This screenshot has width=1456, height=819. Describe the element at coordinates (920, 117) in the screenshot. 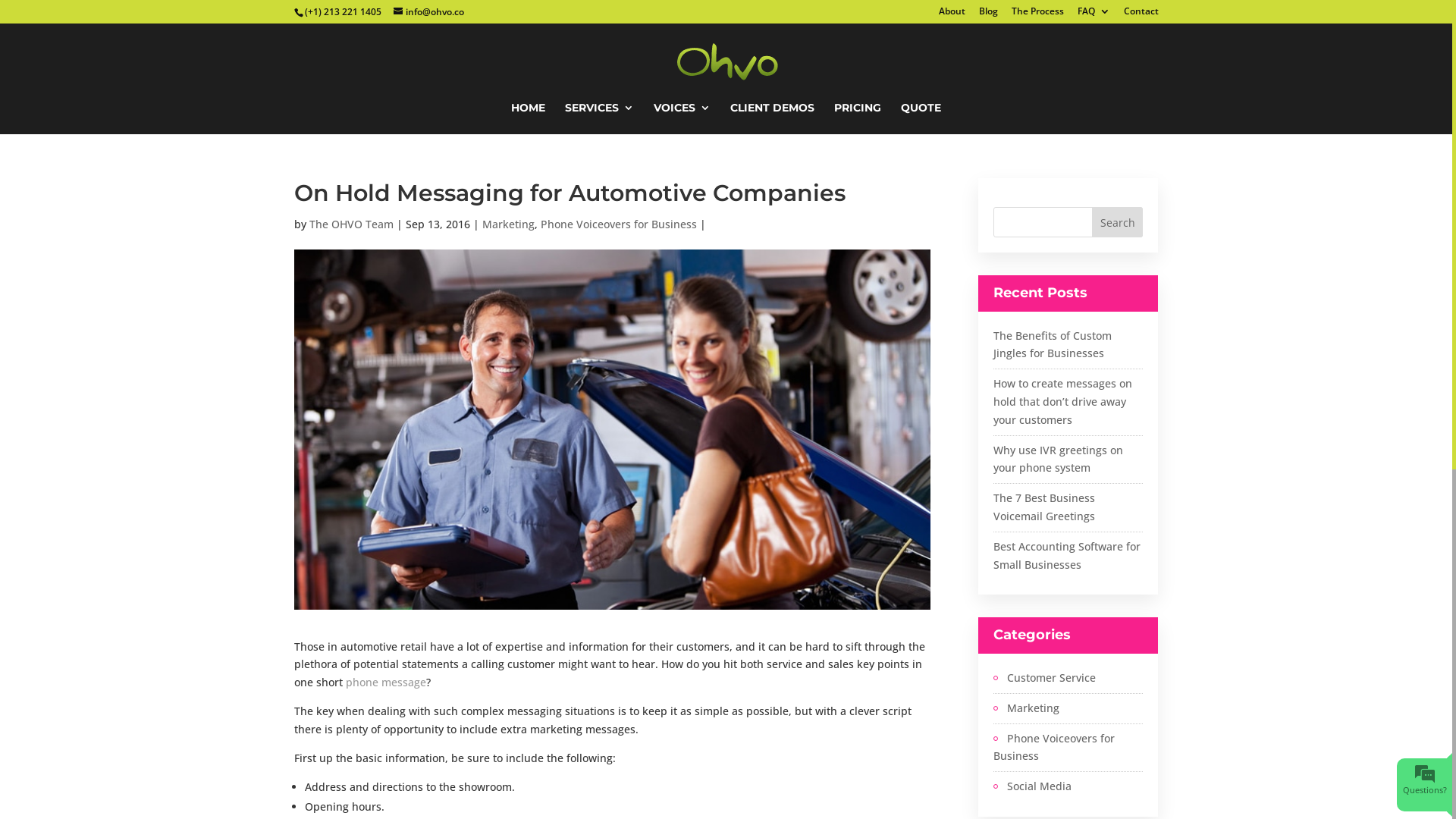

I see `'QUOTE'` at that location.